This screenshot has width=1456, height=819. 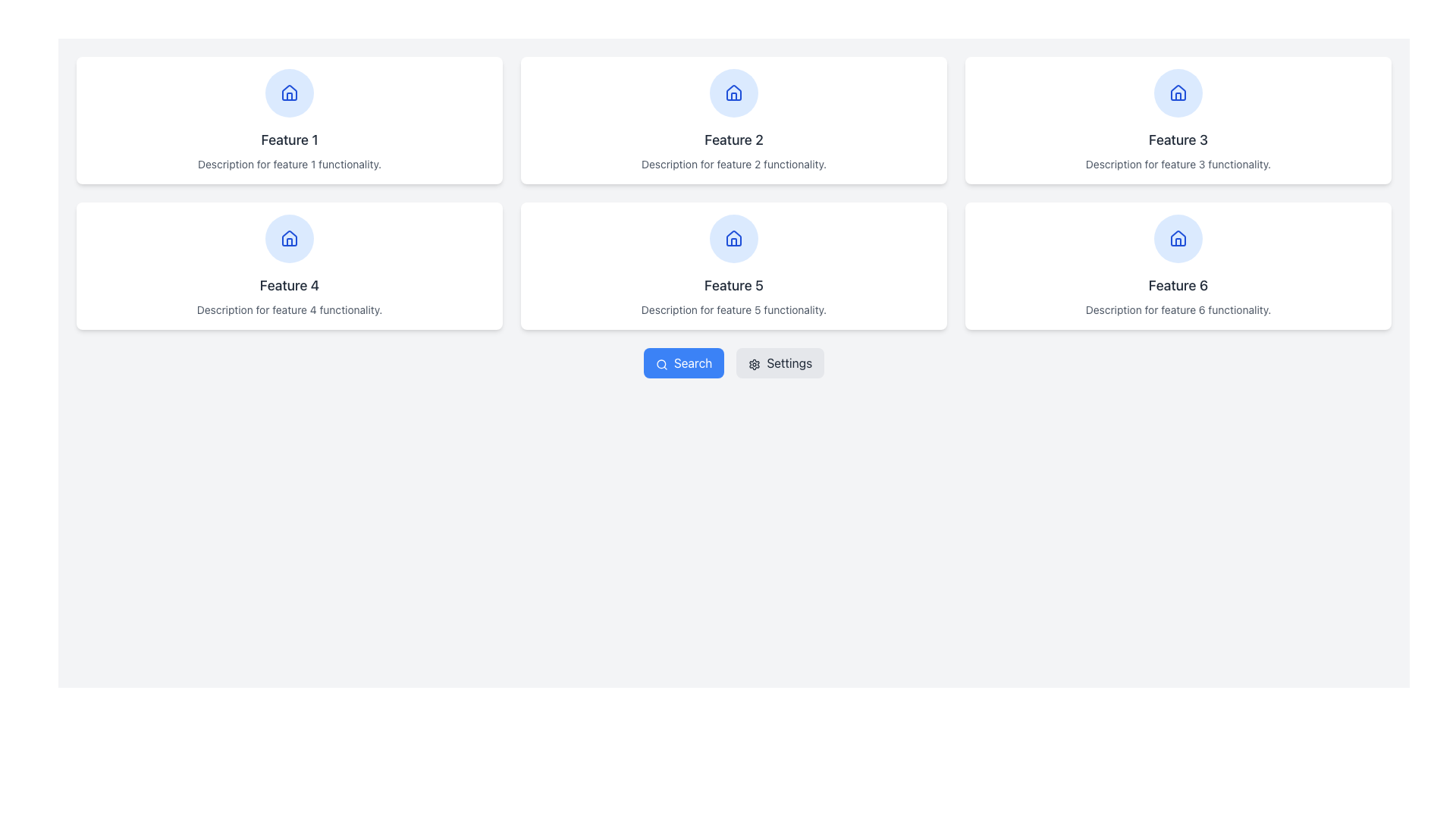 I want to click on the circular icon associated with the 'Feature 5' section, which is located above the text 'Feature 5', so click(x=734, y=239).